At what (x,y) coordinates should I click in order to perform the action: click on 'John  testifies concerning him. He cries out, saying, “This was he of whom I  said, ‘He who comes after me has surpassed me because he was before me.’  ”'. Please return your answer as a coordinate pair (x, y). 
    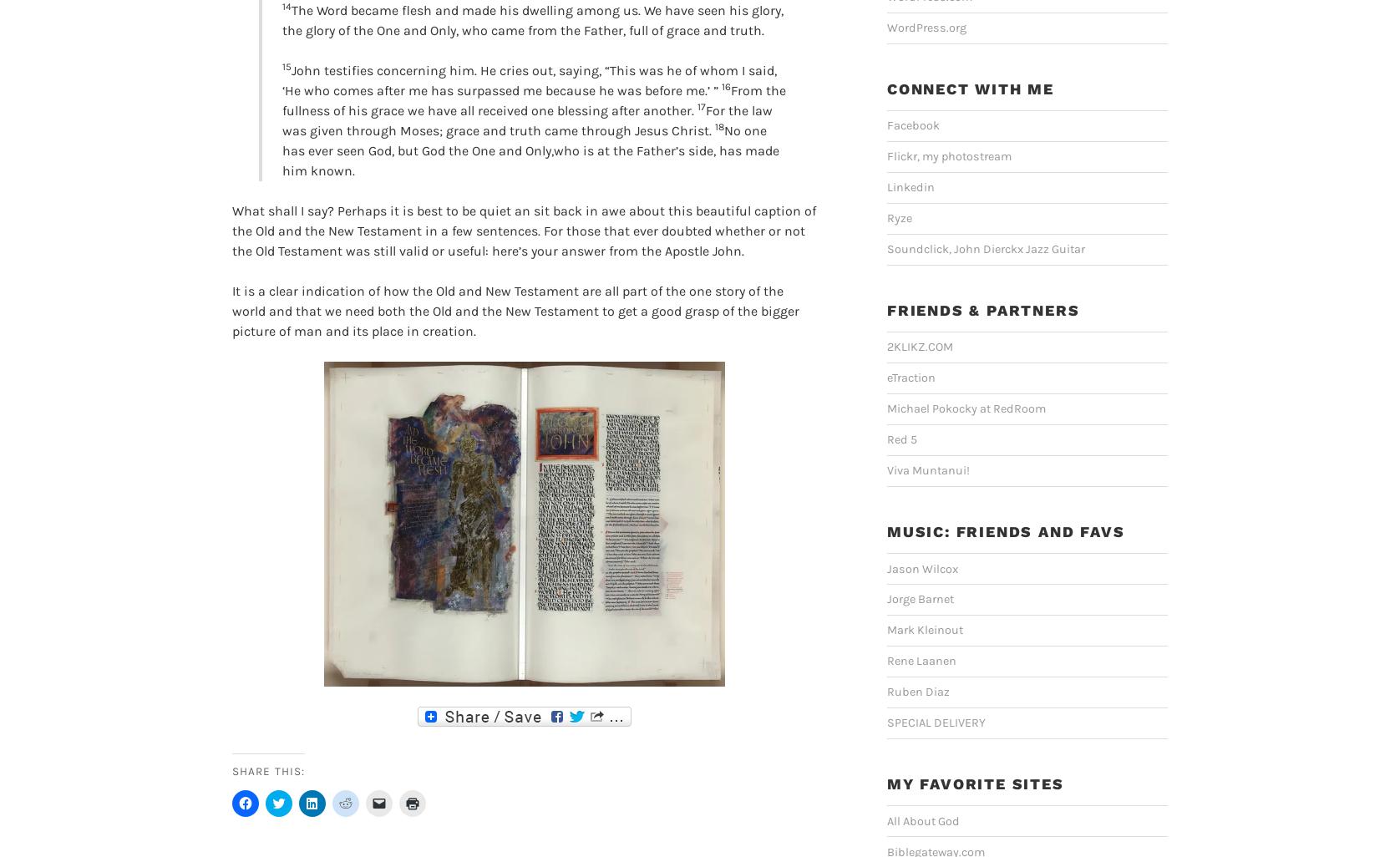
    Looking at the image, I should click on (529, 79).